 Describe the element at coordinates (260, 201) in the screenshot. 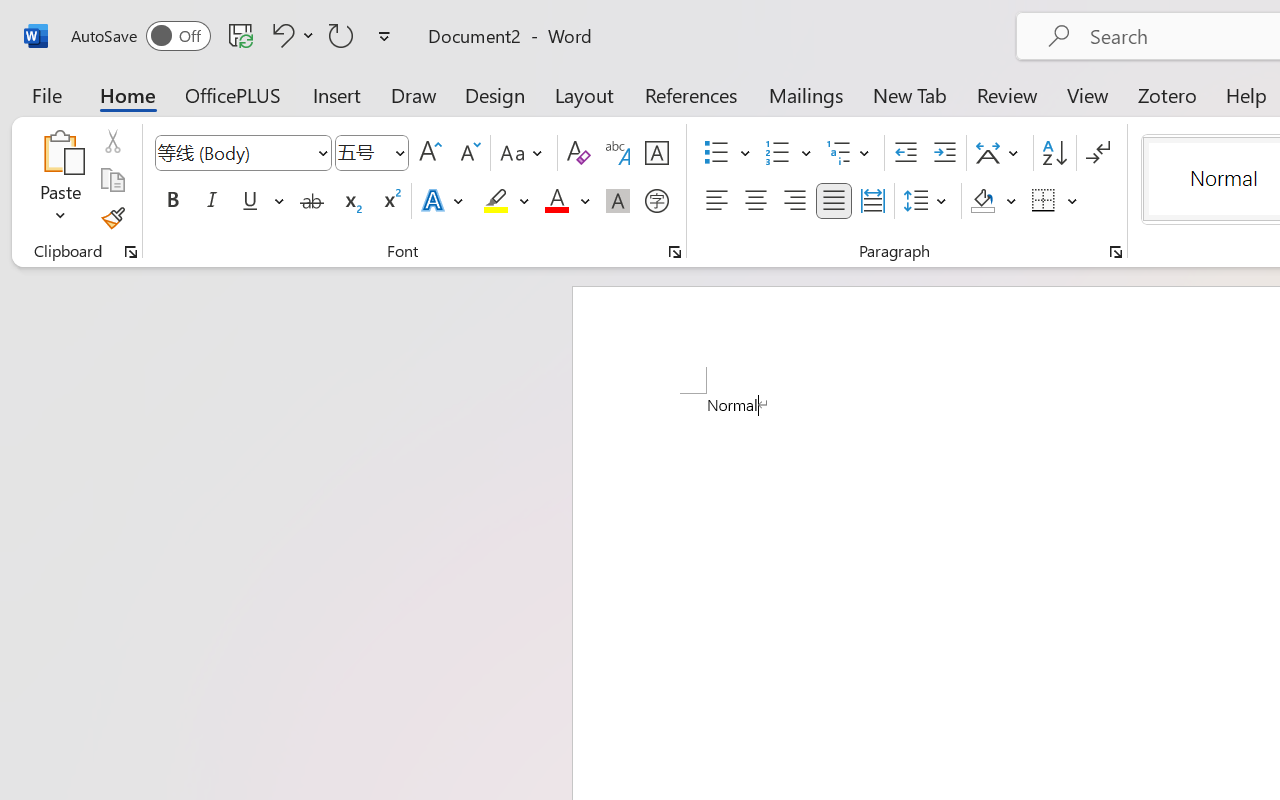

I see `'Underline'` at that location.